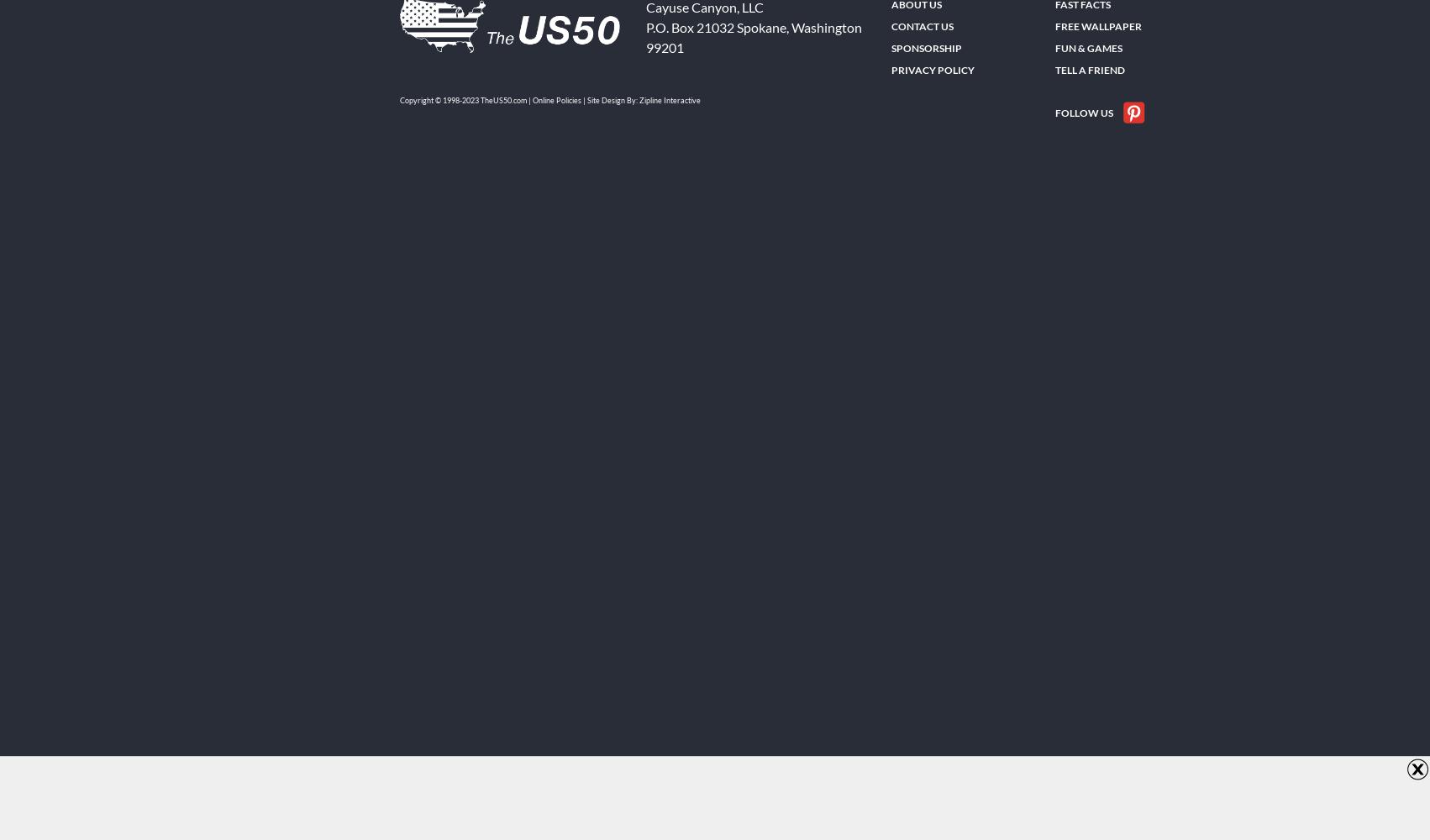  I want to click on 'Washington', so click(826, 27).